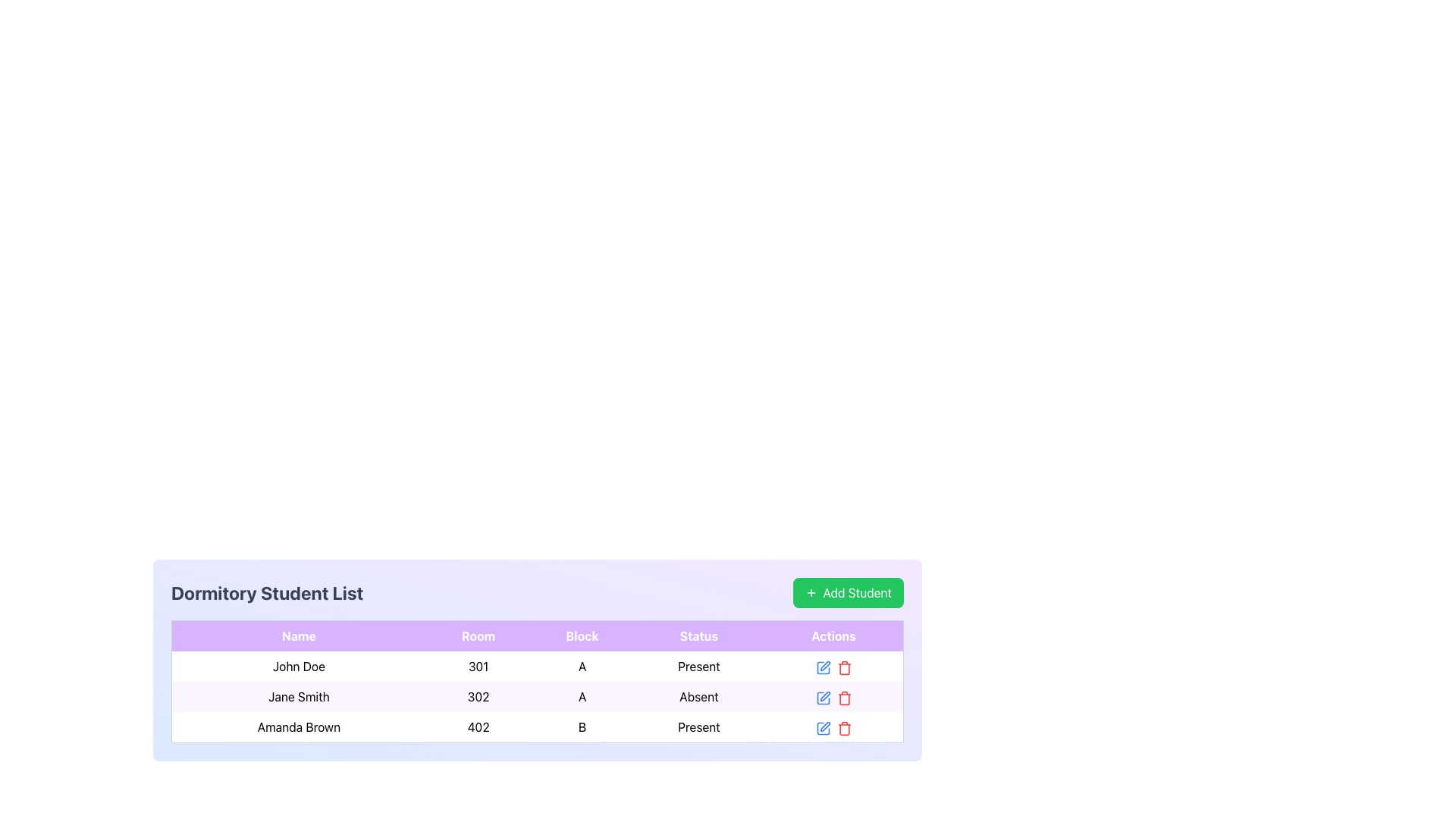  What do you see at coordinates (822, 696) in the screenshot?
I see `the edit icon button located in the 'Actions' column of the second row of the table to initiate editing` at bounding box center [822, 696].